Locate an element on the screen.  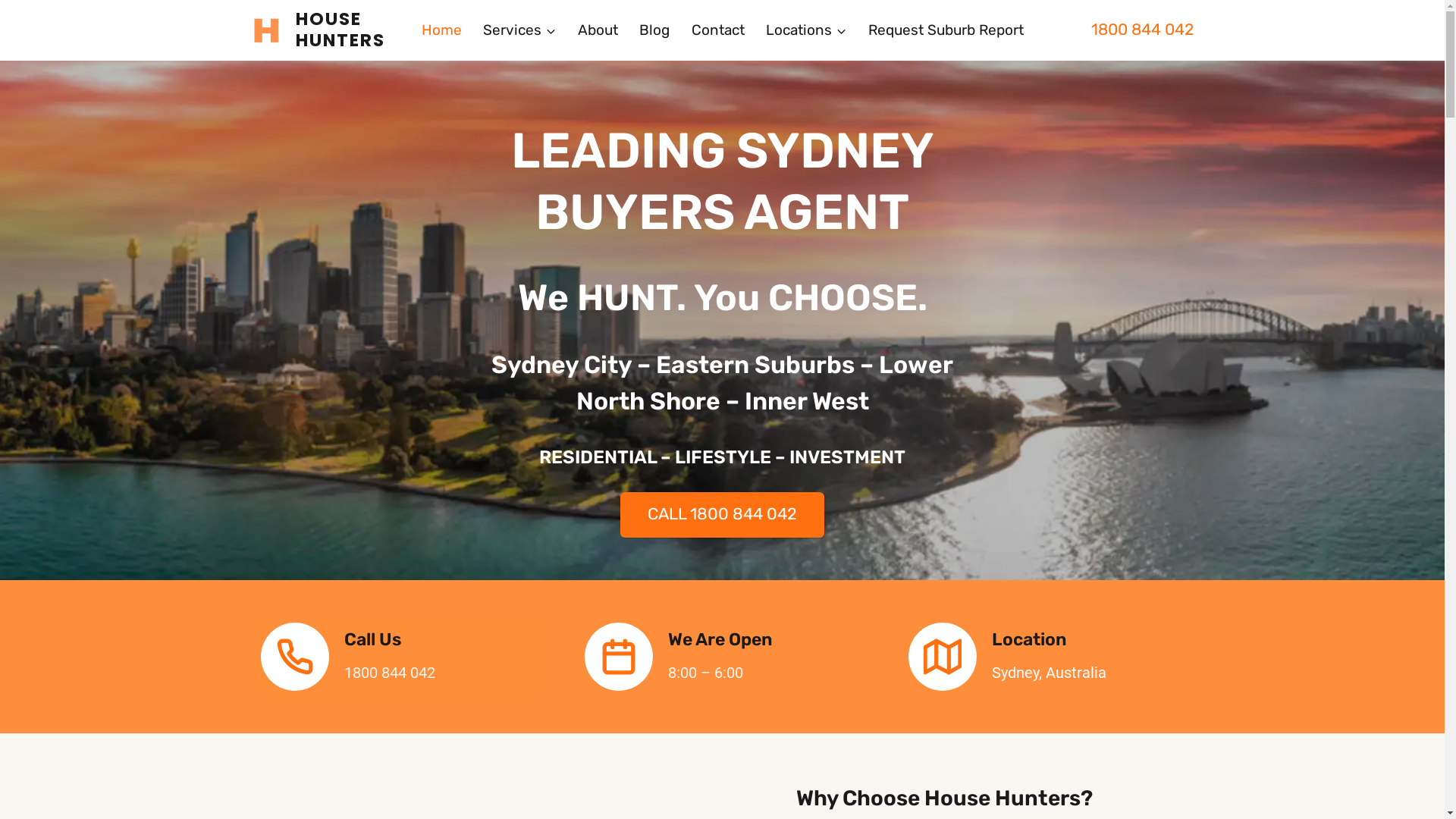
'About' is located at coordinates (596, 30).